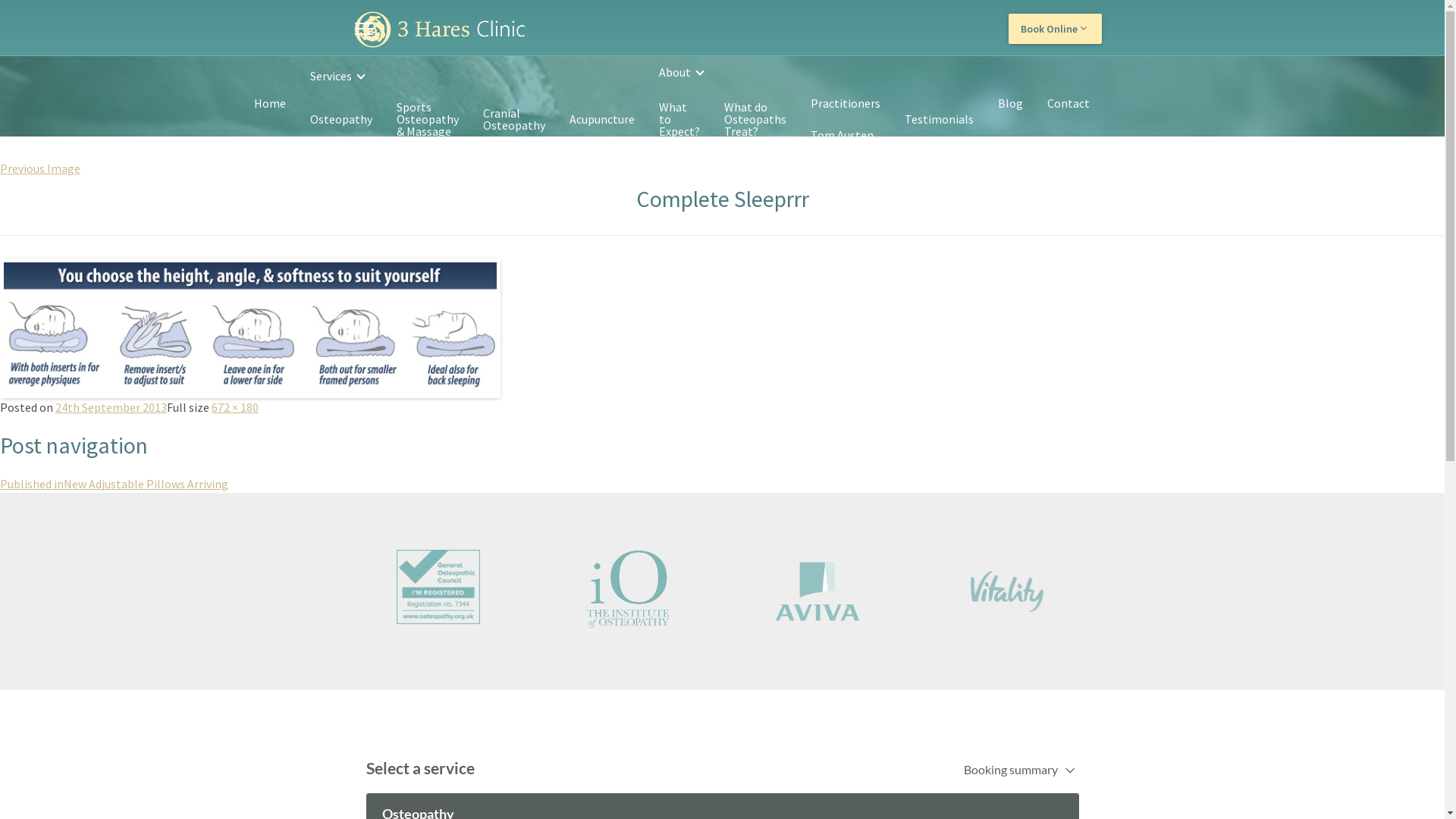 Image resolution: width=1456 pixels, height=819 pixels. What do you see at coordinates (986, 103) in the screenshot?
I see `'Blog'` at bounding box center [986, 103].